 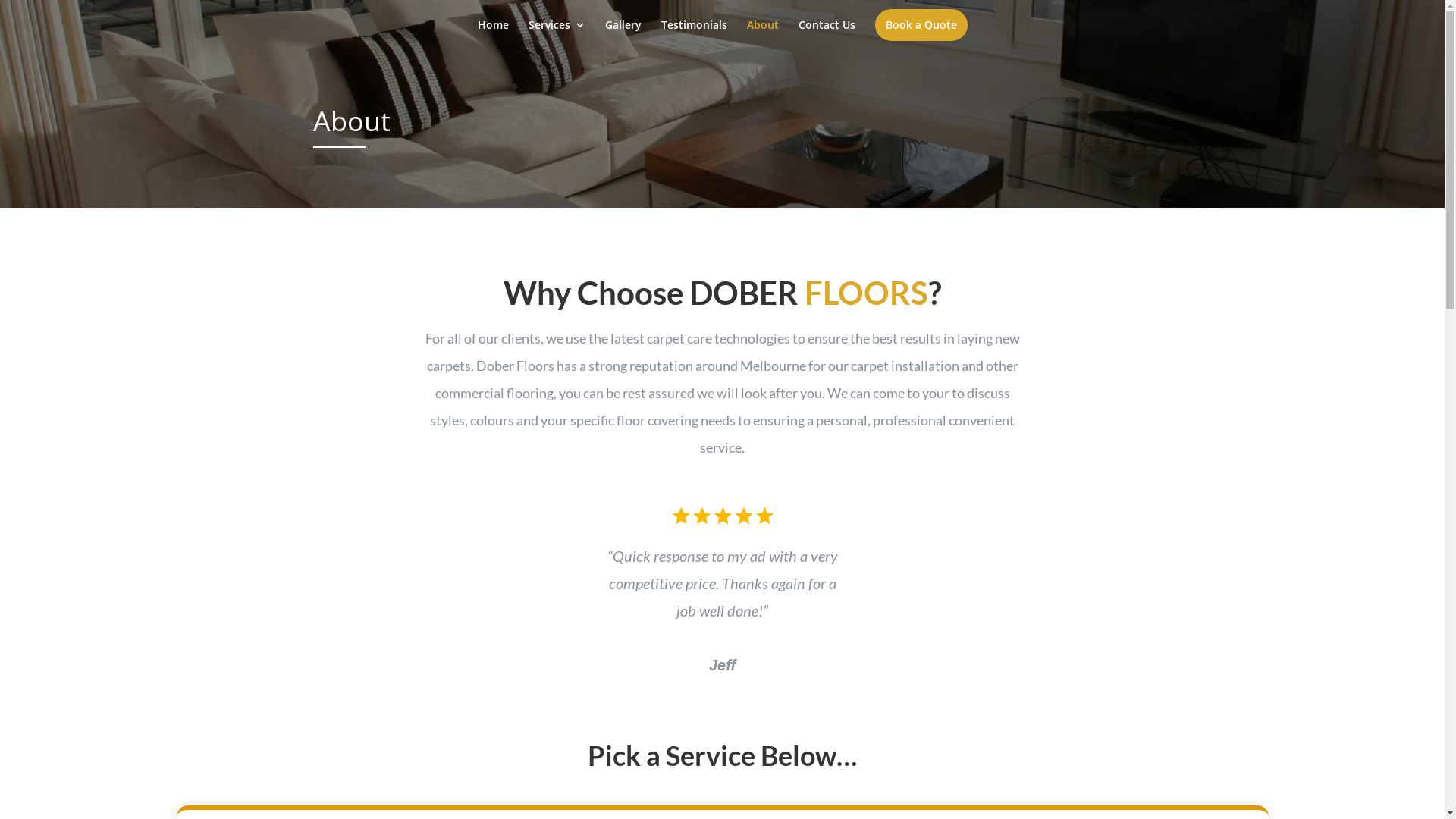 What do you see at coordinates (807, 292) in the screenshot?
I see `'DOBER FLOORS'` at bounding box center [807, 292].